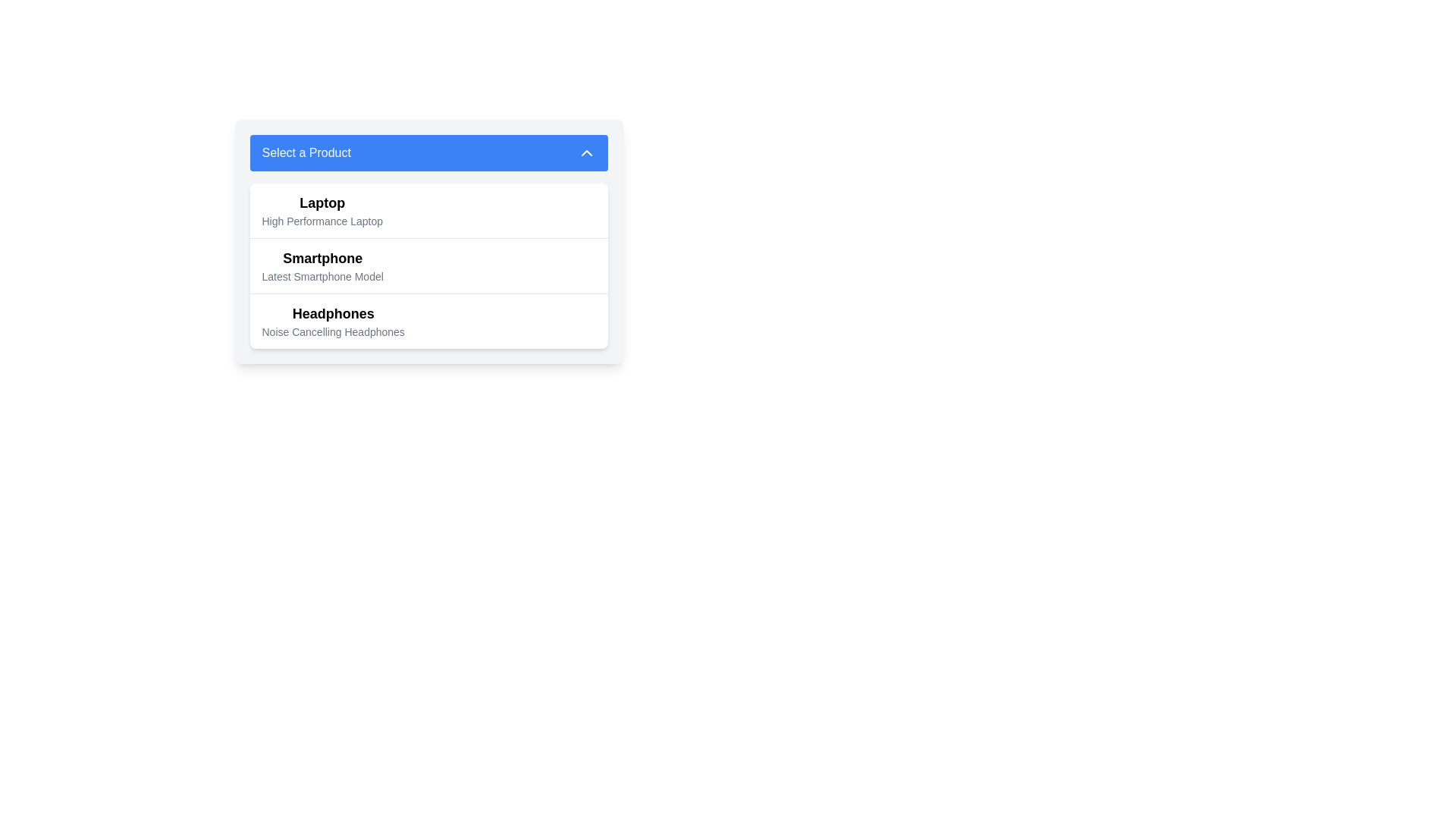 Image resolution: width=1456 pixels, height=819 pixels. What do you see at coordinates (332, 321) in the screenshot?
I see `the text block labeled 'Headphones' which is the third item in the dropdown menu` at bounding box center [332, 321].